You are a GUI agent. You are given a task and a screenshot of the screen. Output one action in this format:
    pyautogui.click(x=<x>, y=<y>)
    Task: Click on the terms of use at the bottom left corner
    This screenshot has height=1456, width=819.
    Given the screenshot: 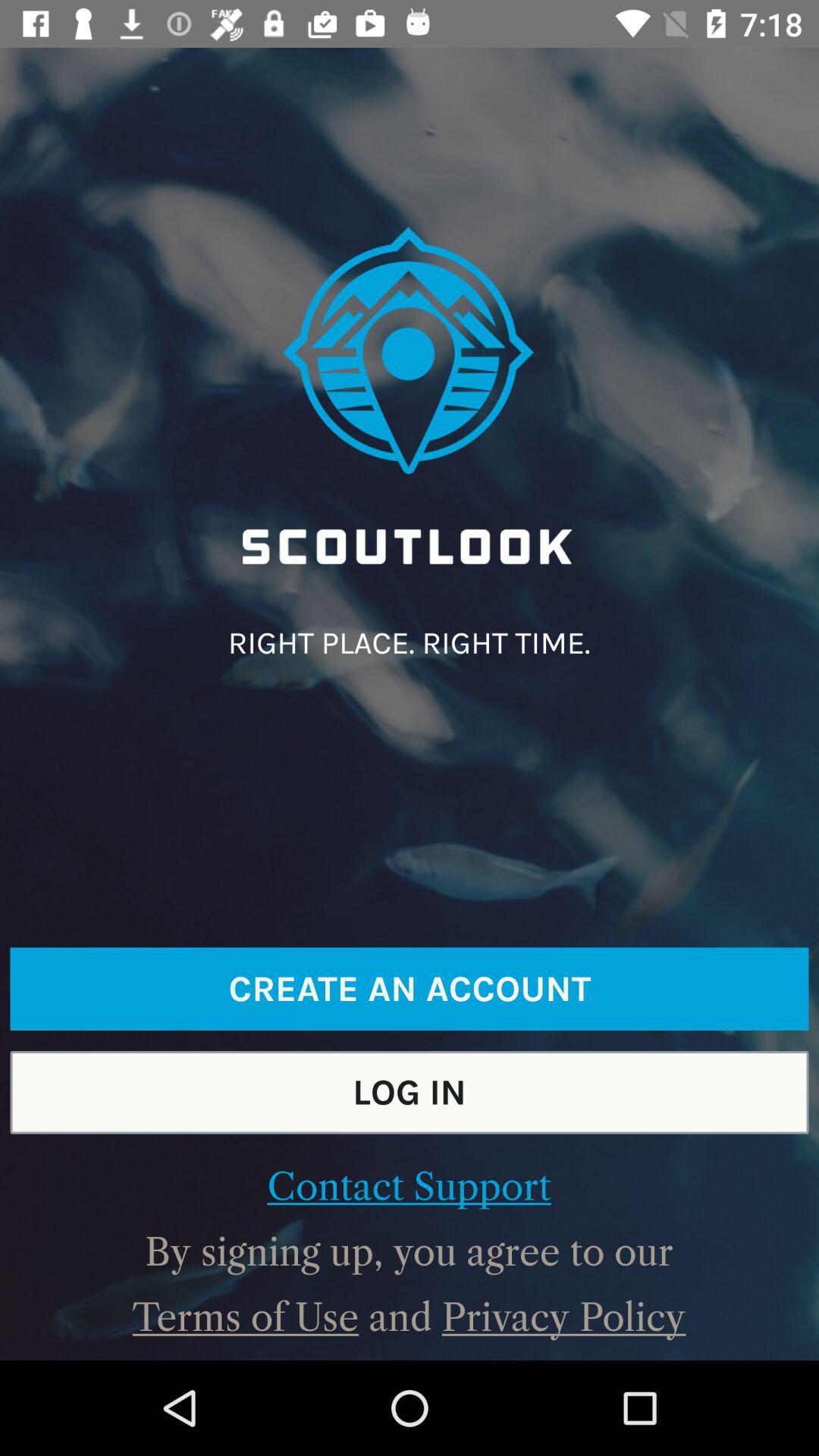 What is the action you would take?
    pyautogui.click(x=245, y=1316)
    